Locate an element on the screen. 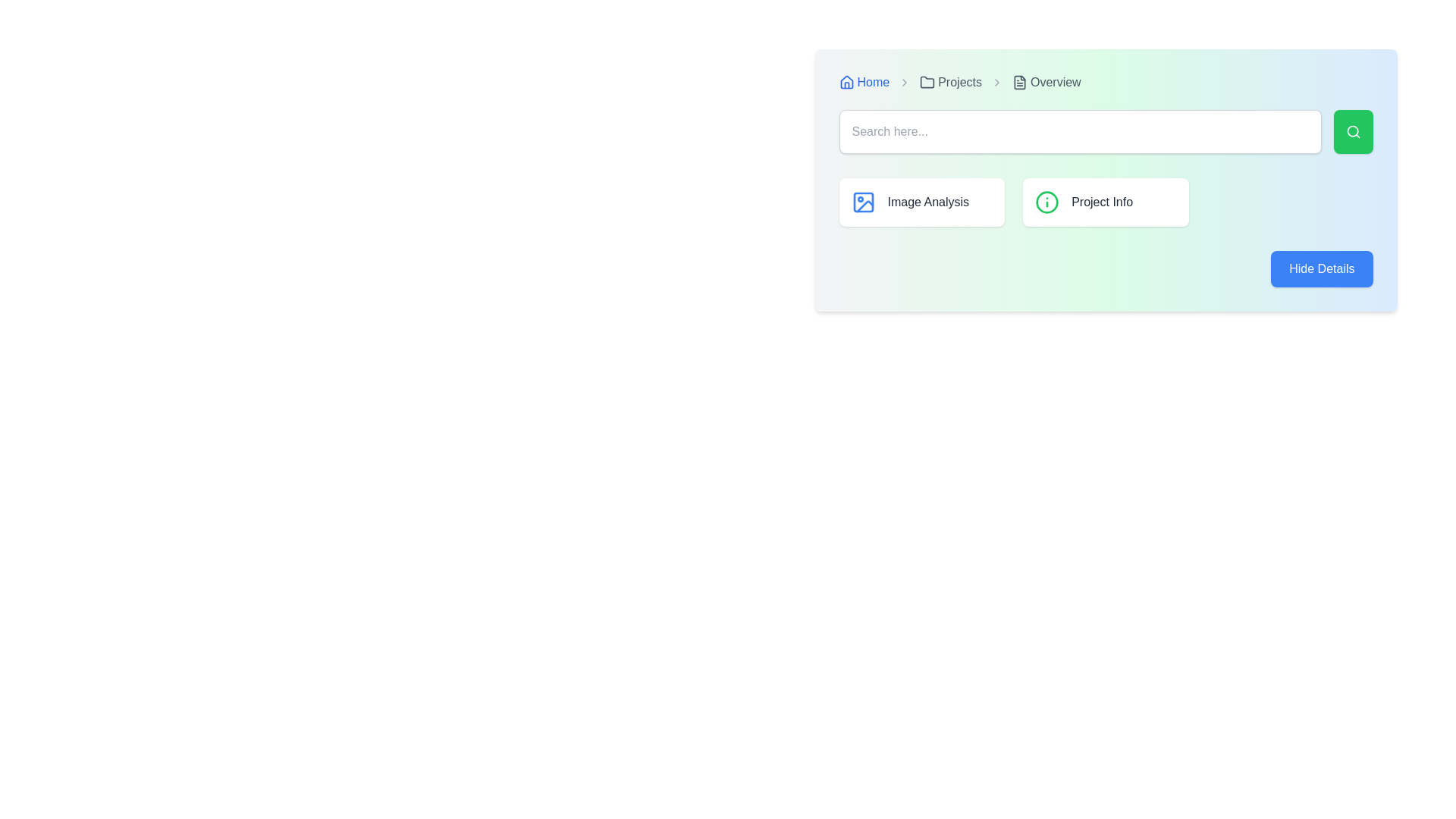 Image resolution: width=1456 pixels, height=819 pixels. the hyperlink that serves as the navigation link to the homepage, located in the top-left section of the navigation bar is located at coordinates (864, 82).